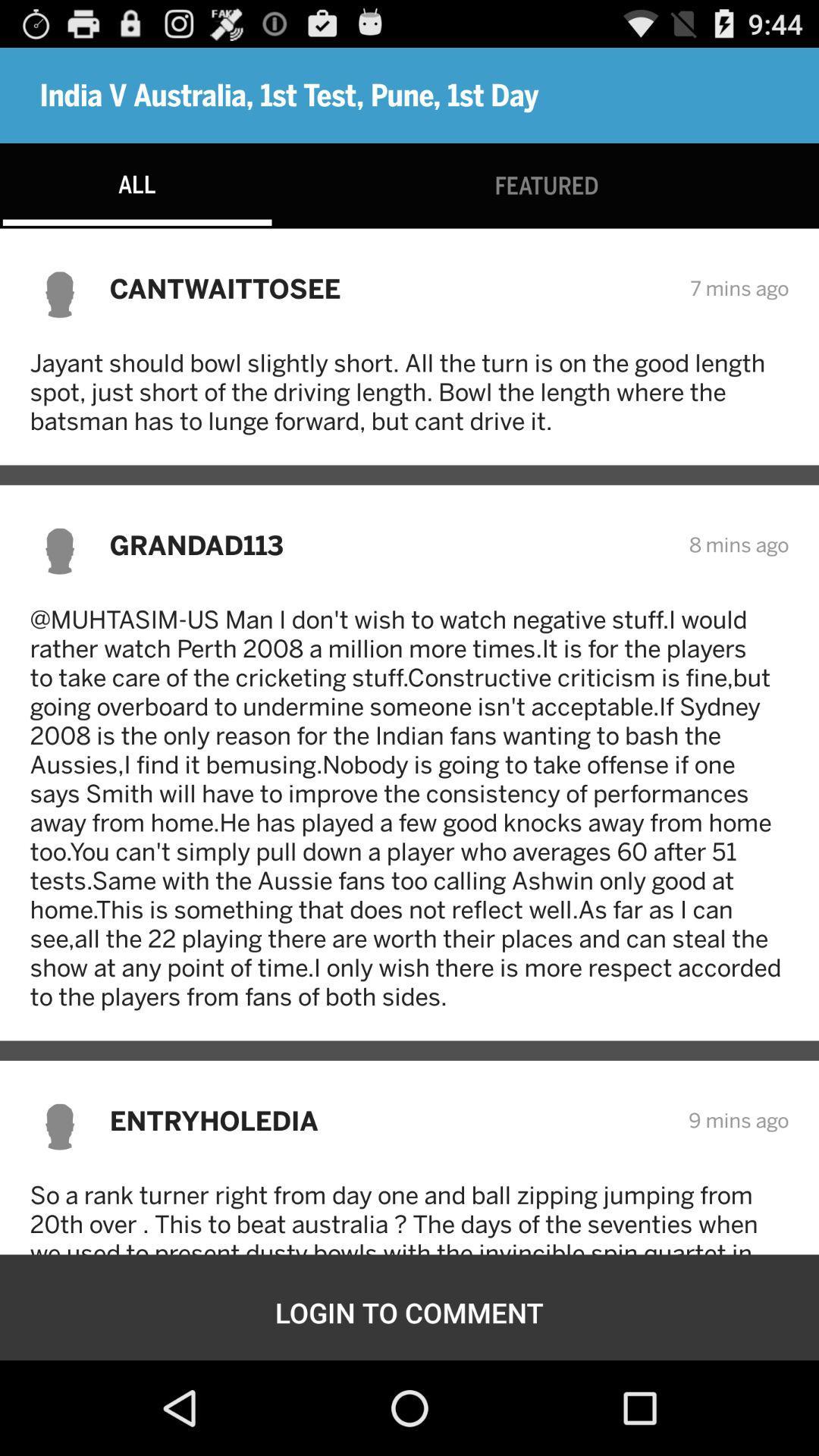 The image size is (819, 1456). Describe the element at coordinates (388, 1120) in the screenshot. I see `icon above so a rank` at that location.